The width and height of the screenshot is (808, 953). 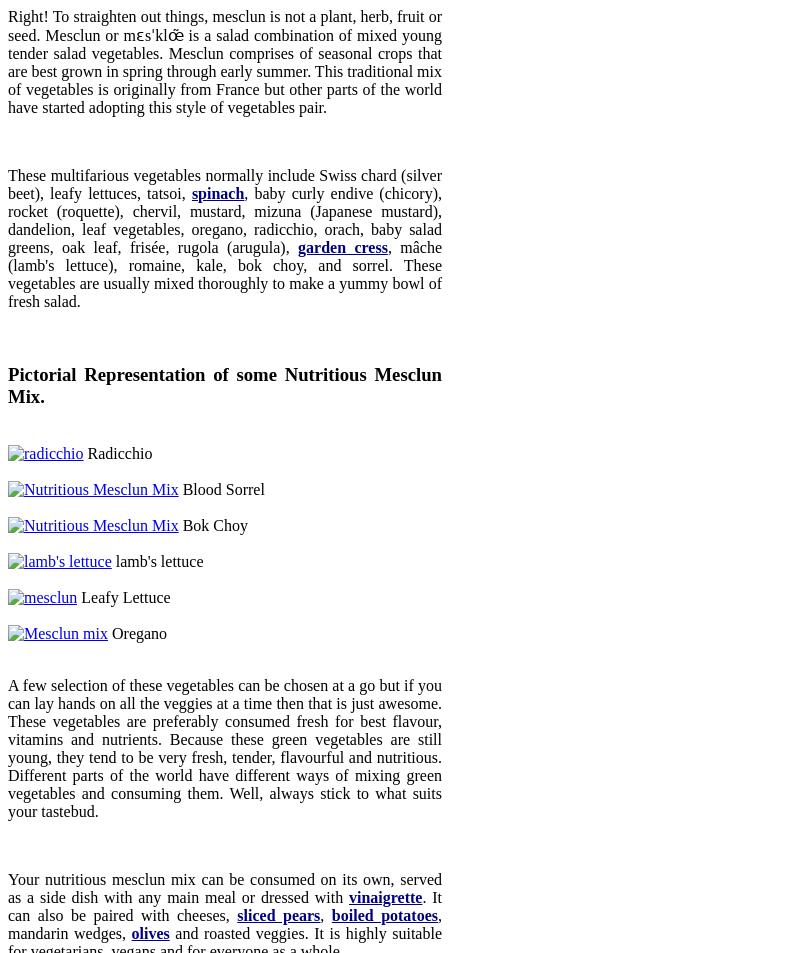 I want to click on 'Your nutritious mesclun mix can be consumed on its own, served as a side dish with any main meal or dressed with', so click(x=7, y=887).